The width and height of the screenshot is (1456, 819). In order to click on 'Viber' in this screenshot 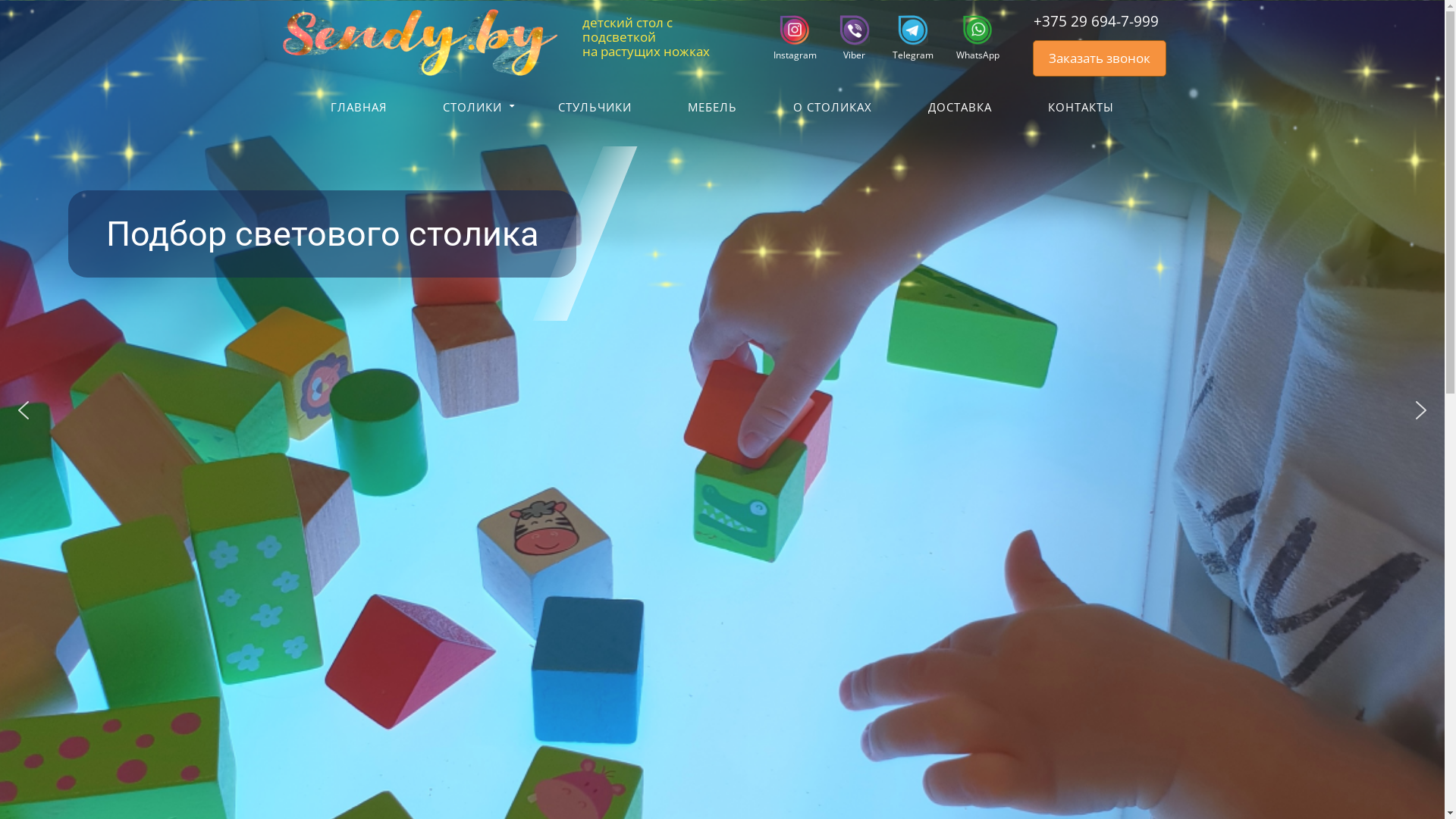, I will do `click(847, 37)`.